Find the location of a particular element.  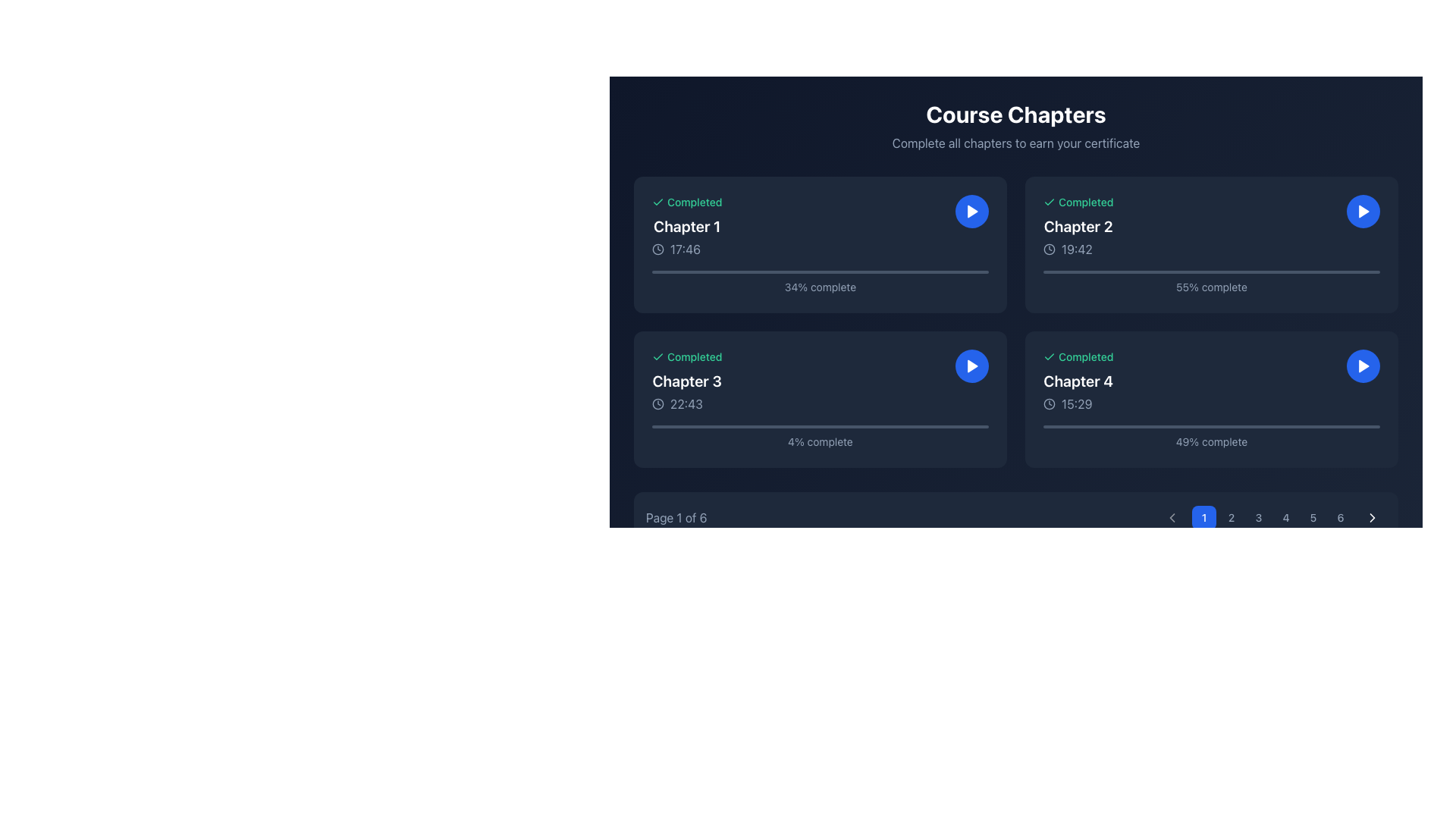

the static text element displaying 'Chapter 1' with the status indicators showing 'Completed' and the time '17:46', located in the top left corner of the course chapters section is located at coordinates (686, 227).